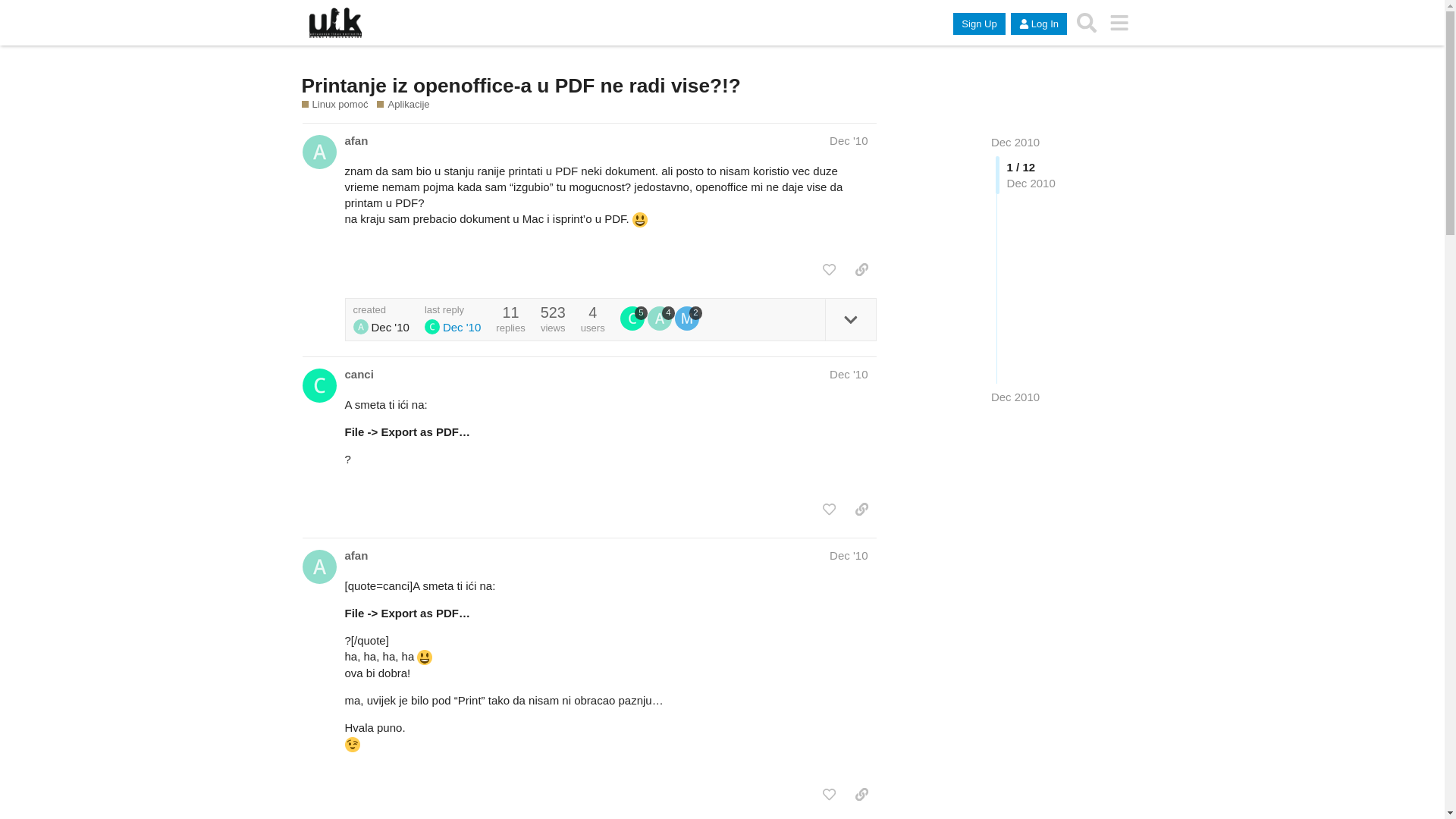  Describe the element at coordinates (451, 318) in the screenshot. I see `'last reply` at that location.